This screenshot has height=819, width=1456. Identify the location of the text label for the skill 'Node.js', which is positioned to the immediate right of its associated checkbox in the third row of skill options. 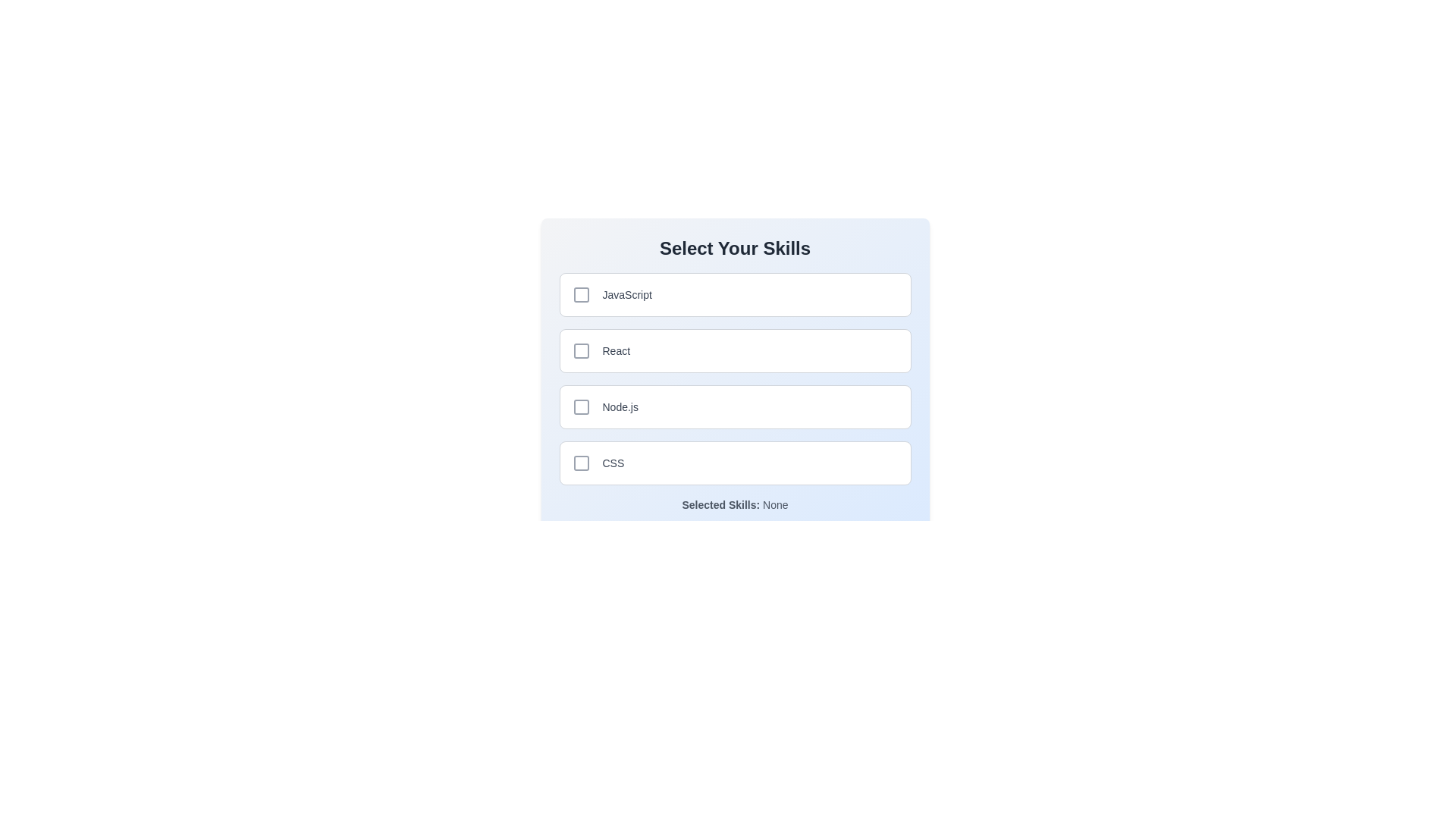
(620, 406).